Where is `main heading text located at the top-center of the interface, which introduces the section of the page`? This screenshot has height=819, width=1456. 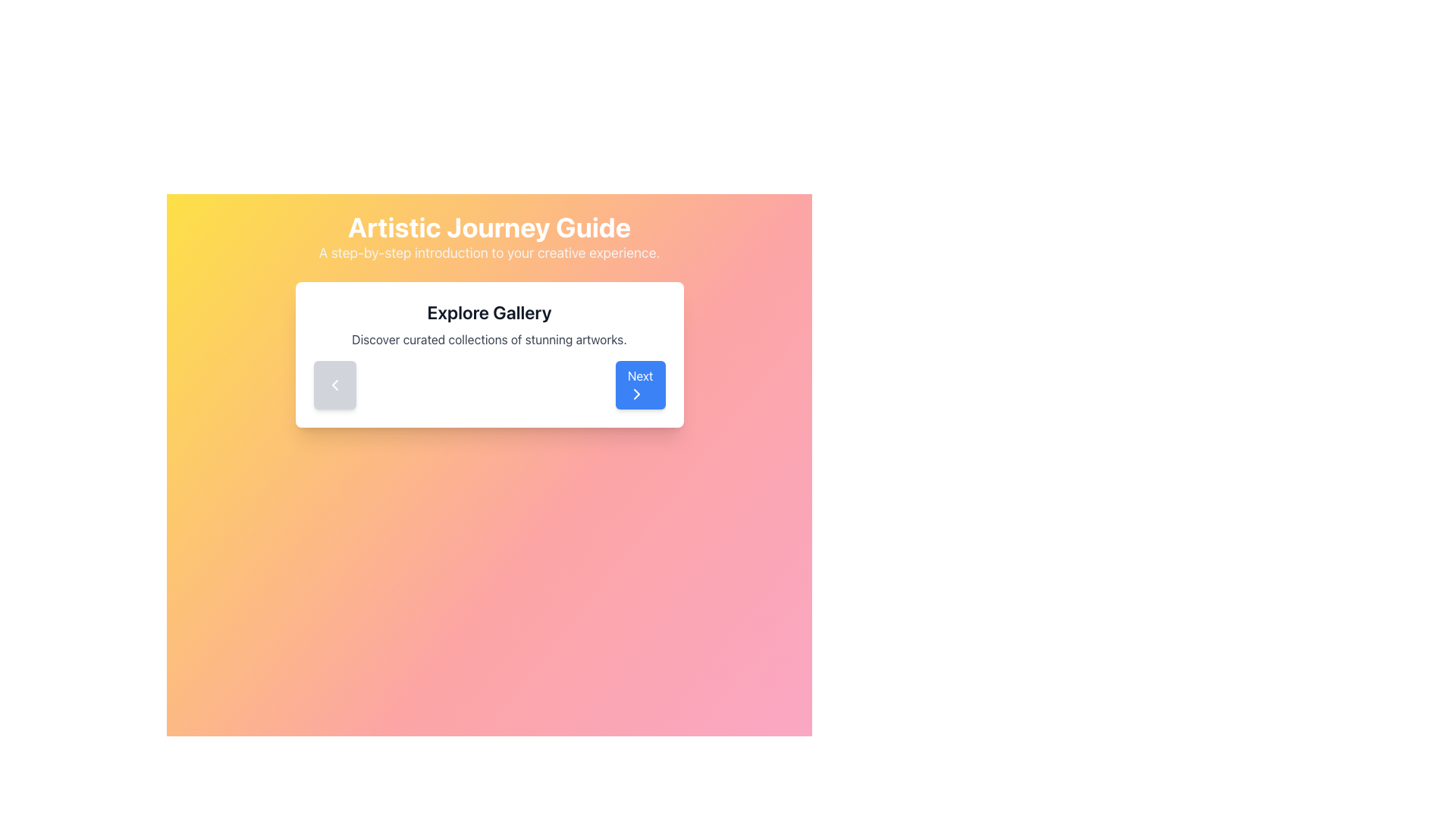
main heading text located at the top-center of the interface, which introduces the section of the page is located at coordinates (489, 227).